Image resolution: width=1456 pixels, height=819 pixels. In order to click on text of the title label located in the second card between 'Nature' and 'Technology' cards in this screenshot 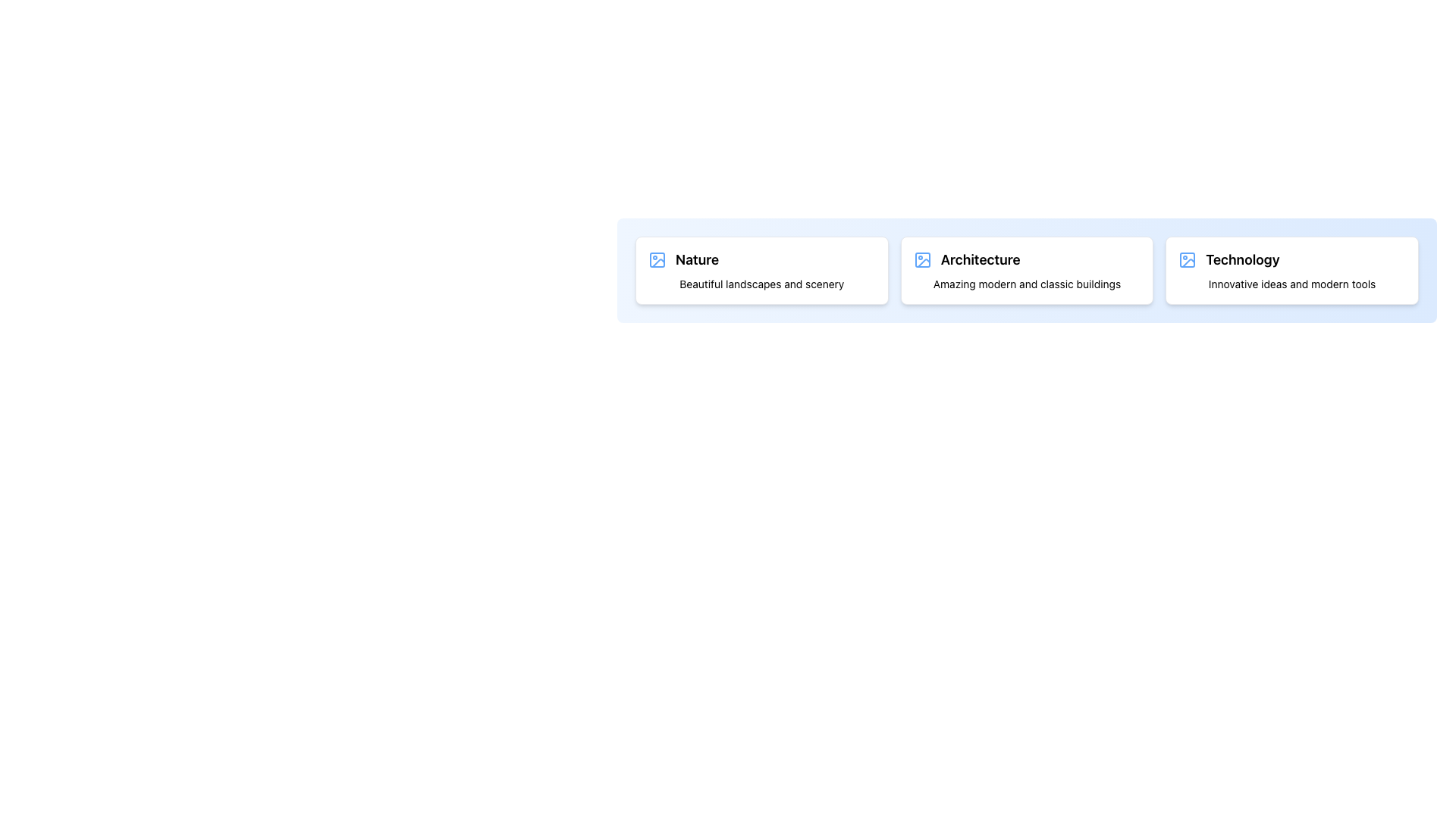, I will do `click(981, 259)`.